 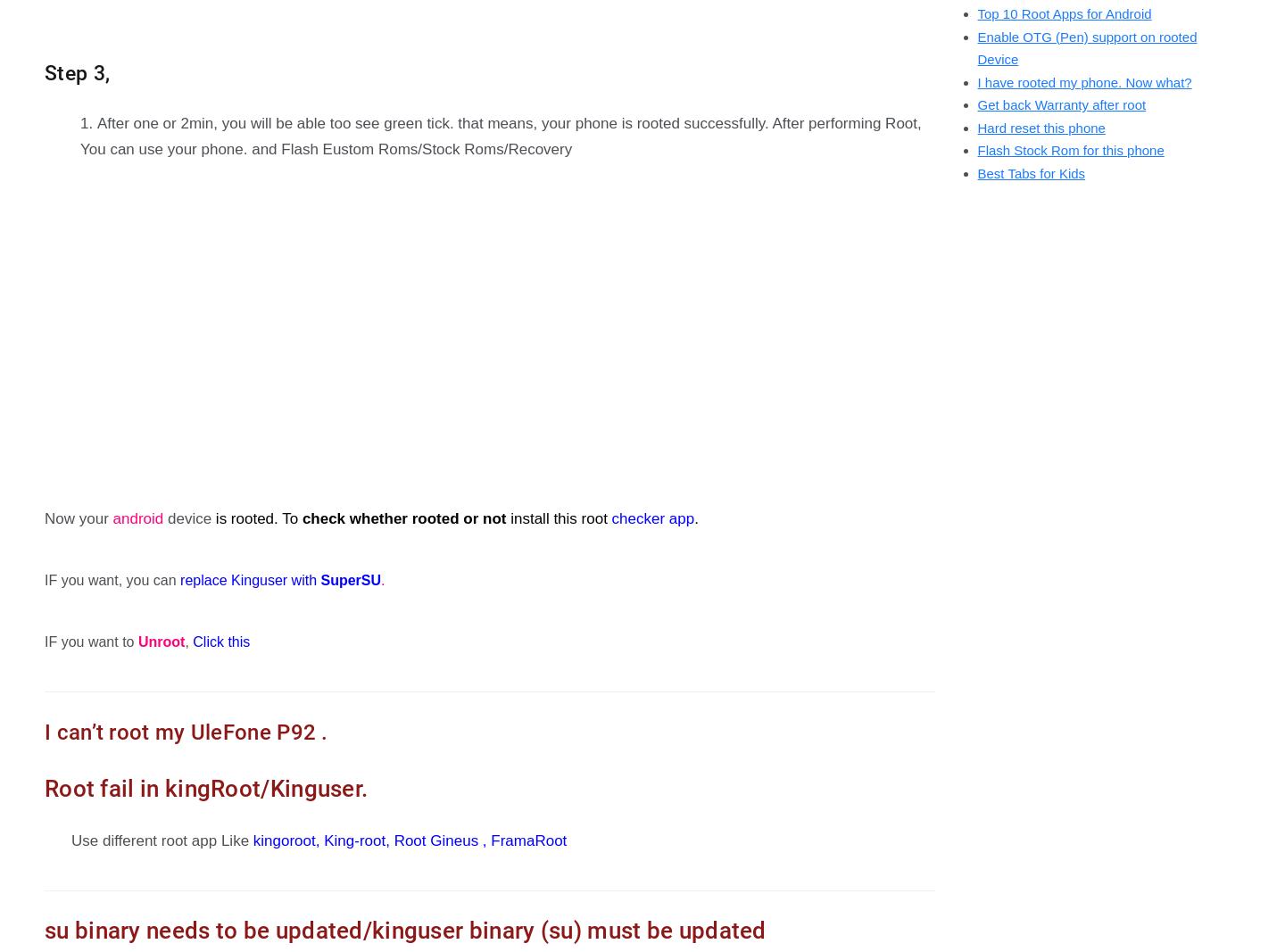 What do you see at coordinates (353, 840) in the screenshot?
I see `'King-root'` at bounding box center [353, 840].